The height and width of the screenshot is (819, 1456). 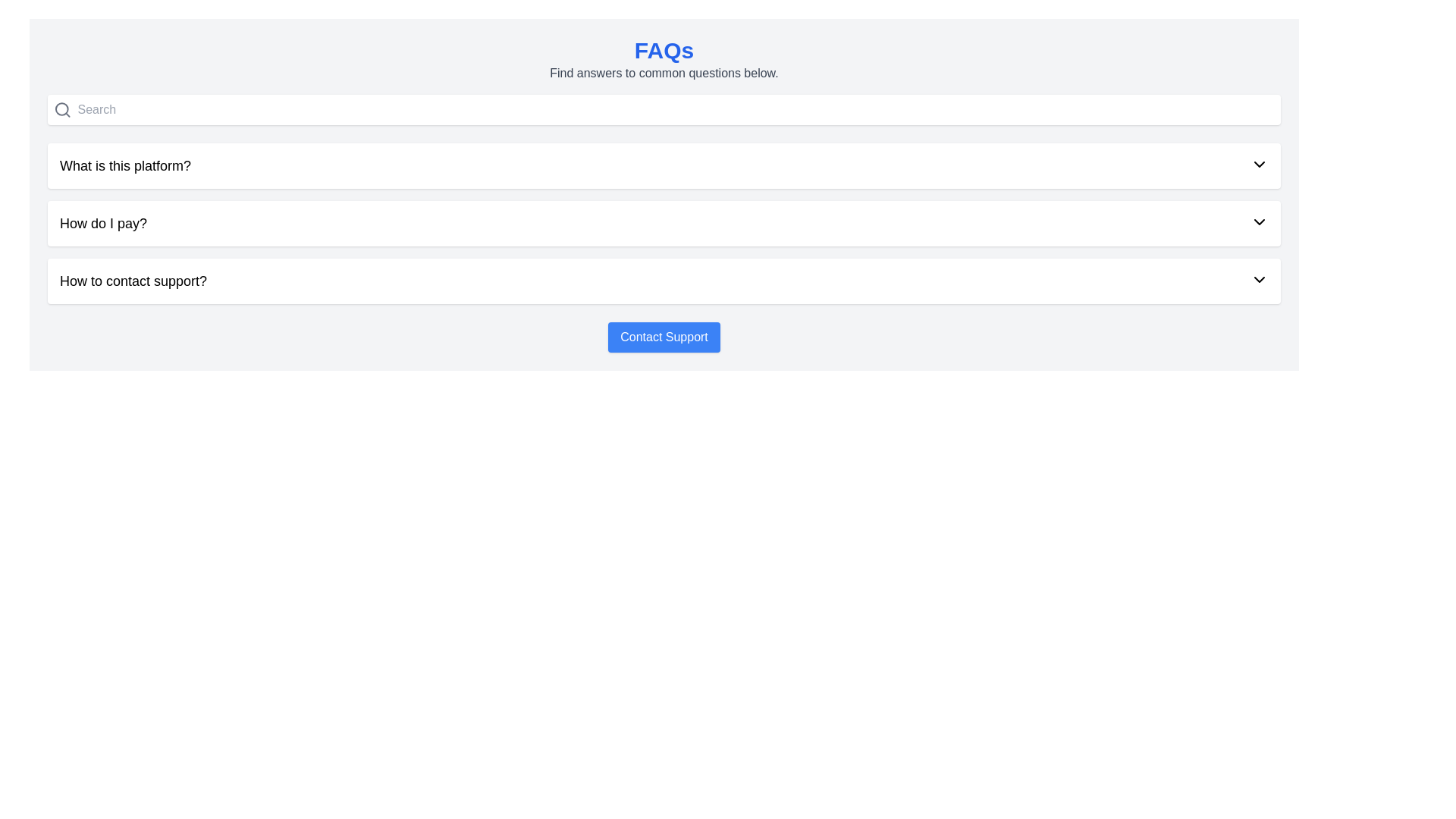 I want to click on the dropdown toggle icon located to the far right of the text 'How do I pay?' in the second row of the FAQ list, so click(x=1259, y=222).